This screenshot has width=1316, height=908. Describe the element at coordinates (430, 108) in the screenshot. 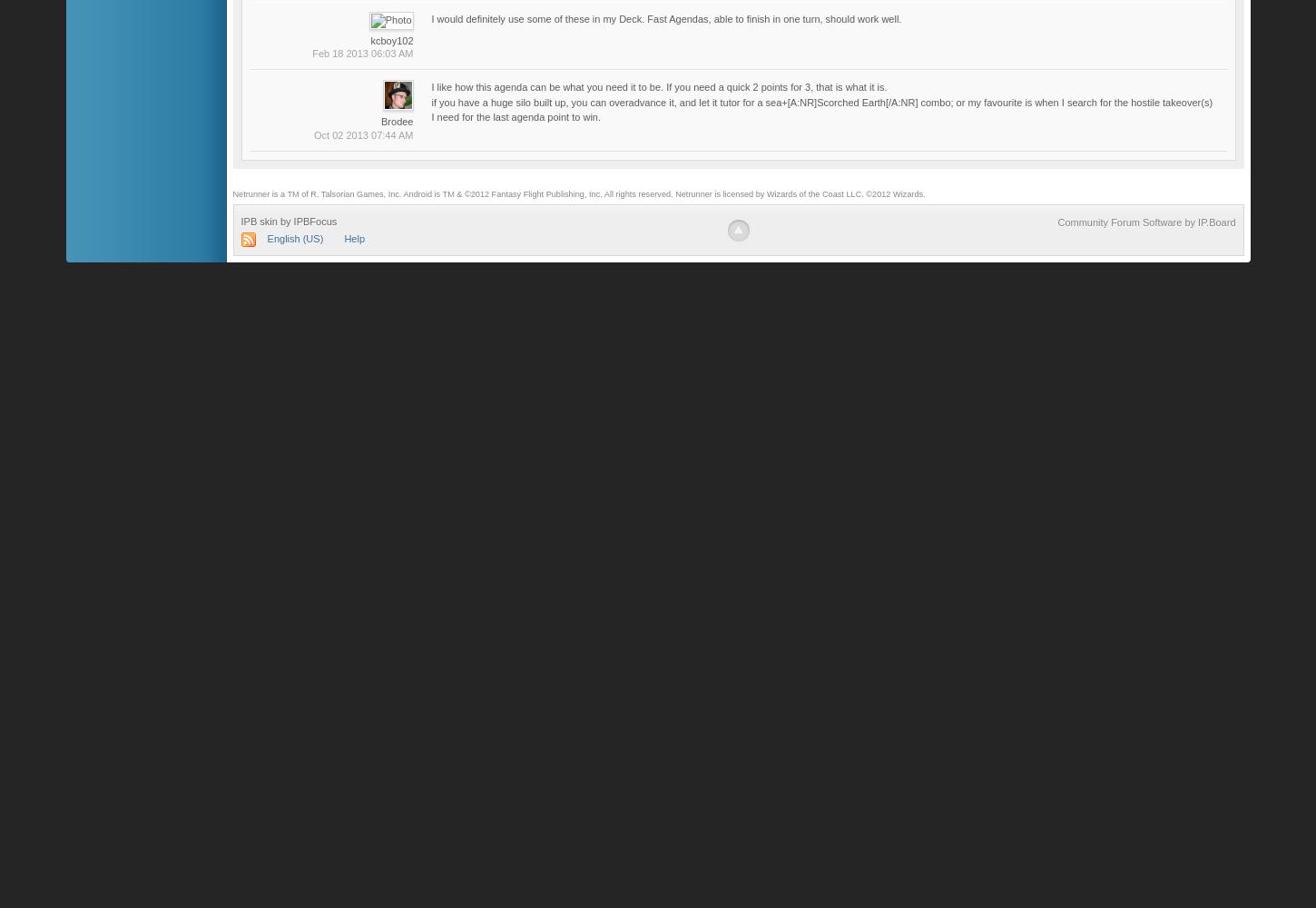

I see `'if you have a huge silo built up, you can overadvance it, and let it tutor for a sea+[A:NR]Scorched Earth[/A:NR] combo; or my favourite is when I search for the hostile takeover(s) I need for the last agenda point to win.'` at that location.